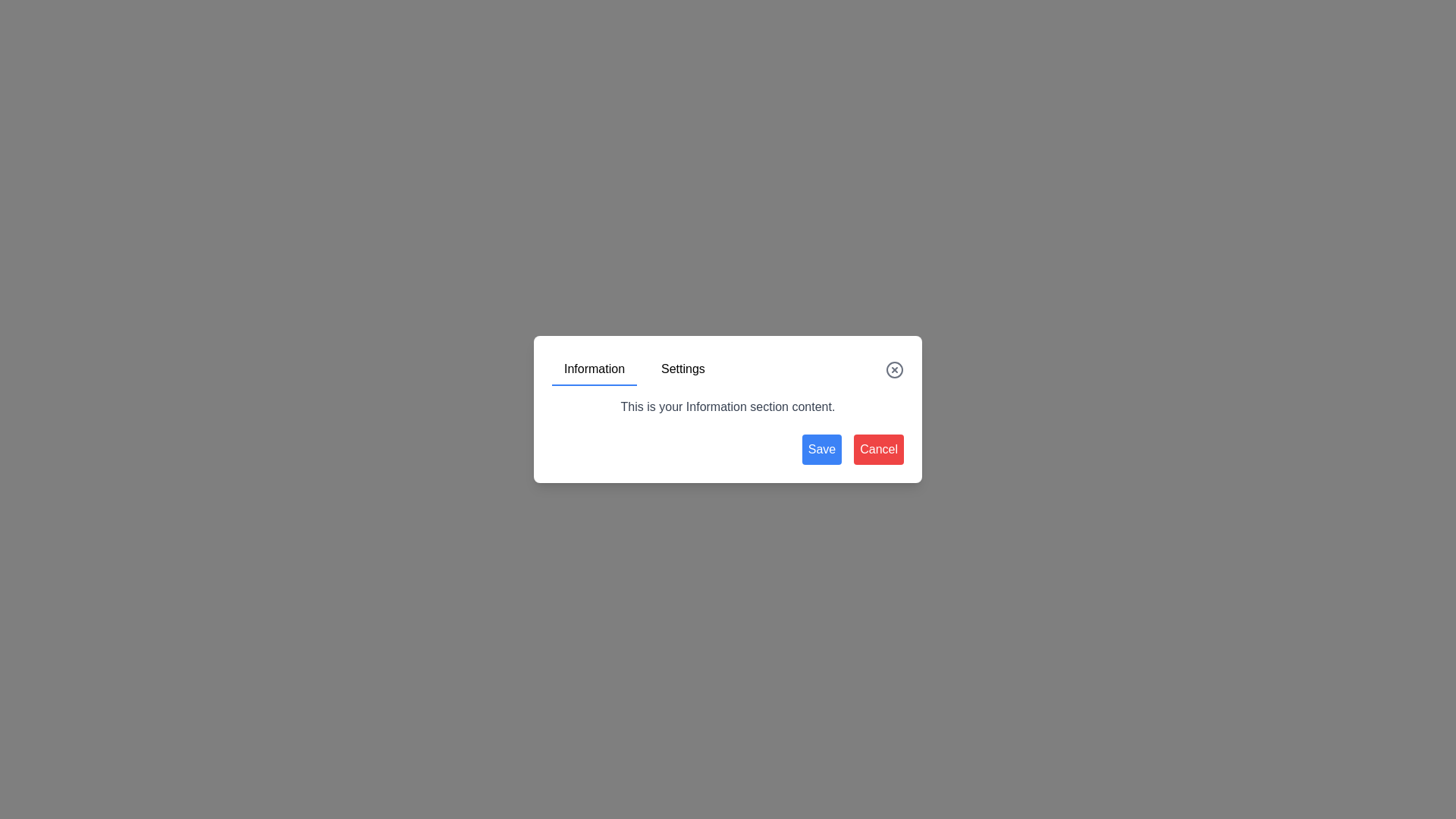  What do you see at coordinates (634, 370) in the screenshot?
I see `the 'Information' tab in the tabbed navigation bar` at bounding box center [634, 370].